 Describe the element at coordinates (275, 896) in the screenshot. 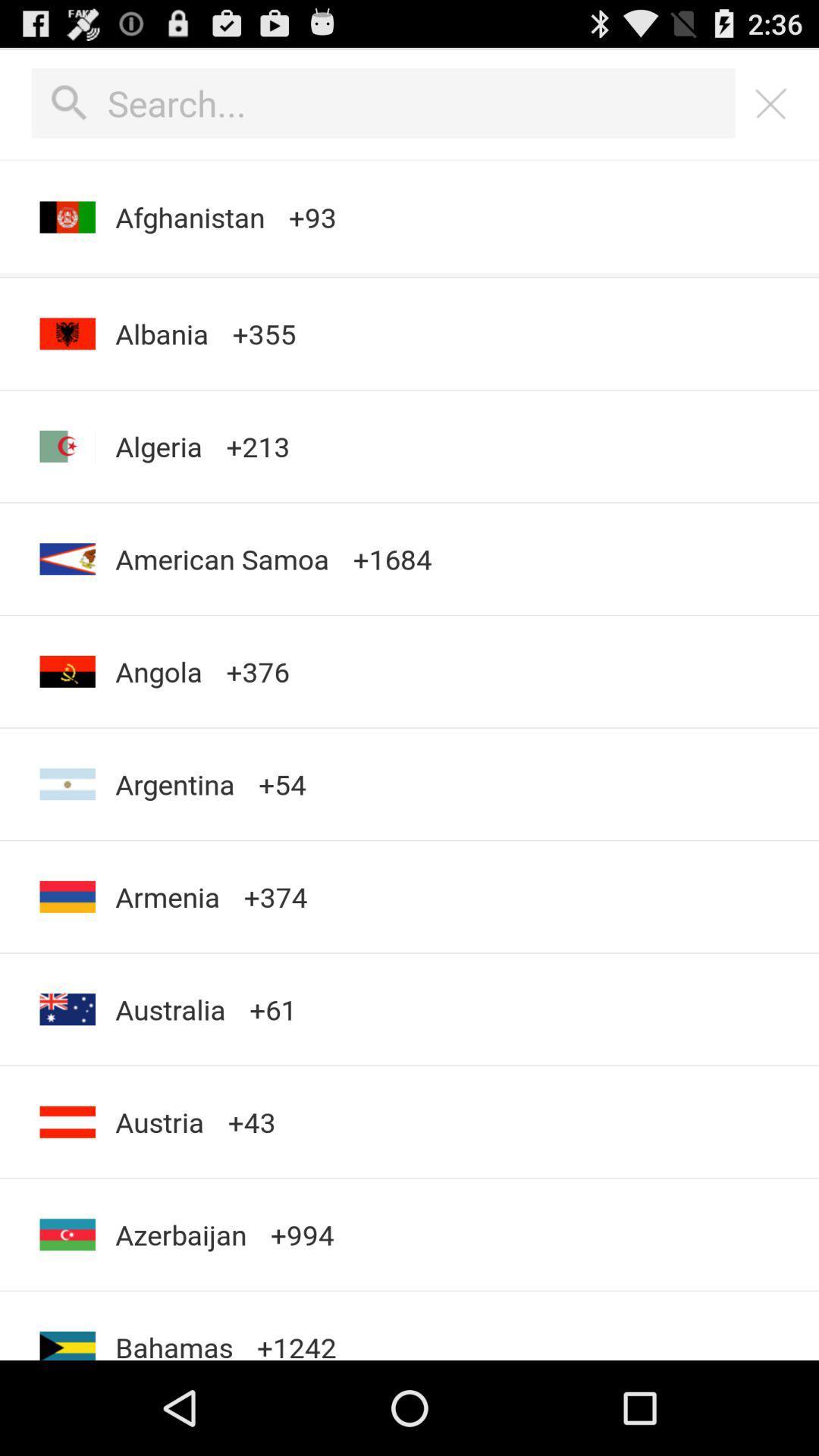

I see `the icon next to argentina item` at that location.